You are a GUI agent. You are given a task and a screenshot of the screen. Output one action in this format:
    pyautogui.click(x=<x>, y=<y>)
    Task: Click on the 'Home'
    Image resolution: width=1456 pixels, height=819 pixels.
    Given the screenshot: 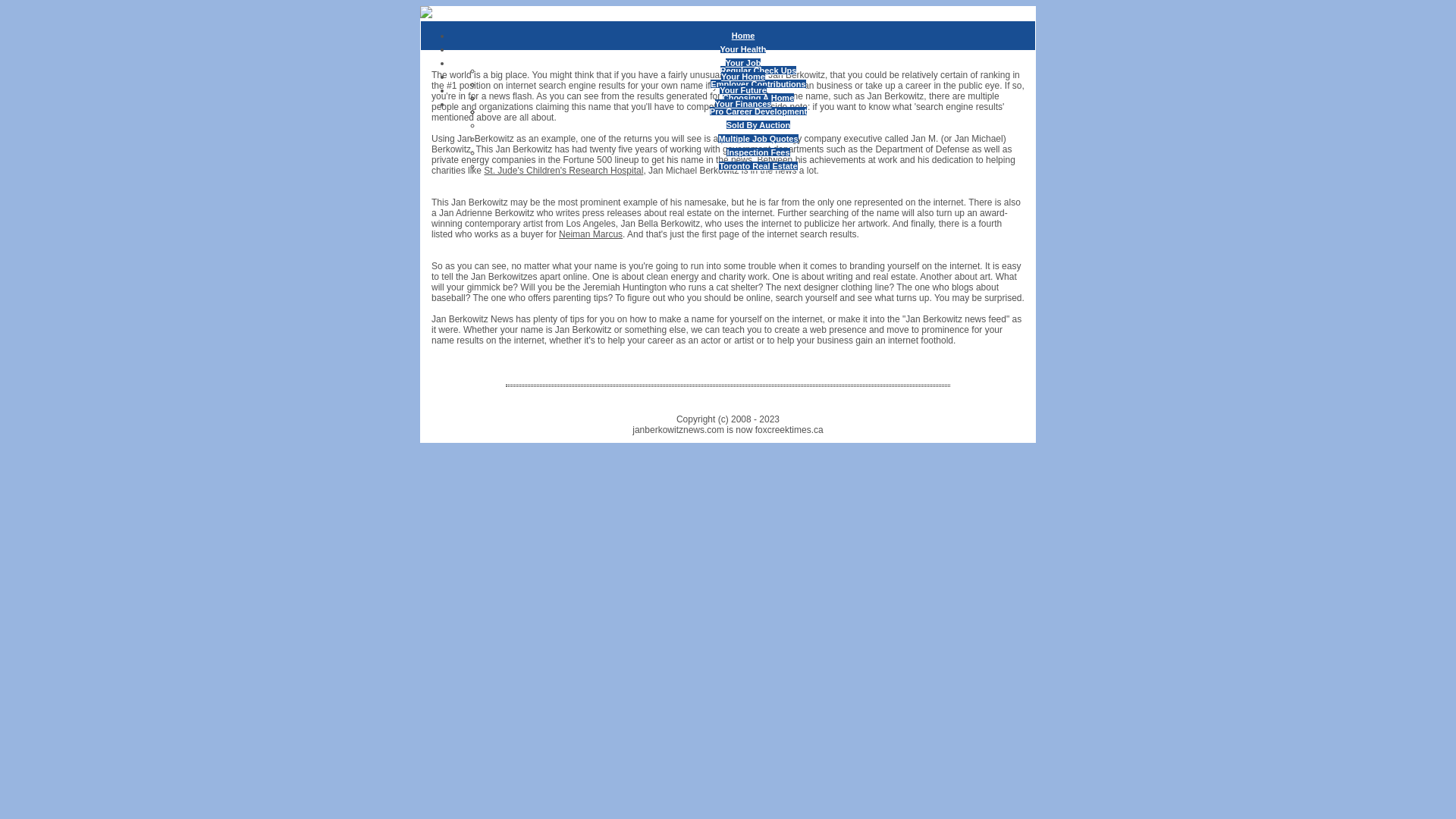 What is the action you would take?
    pyautogui.click(x=743, y=34)
    